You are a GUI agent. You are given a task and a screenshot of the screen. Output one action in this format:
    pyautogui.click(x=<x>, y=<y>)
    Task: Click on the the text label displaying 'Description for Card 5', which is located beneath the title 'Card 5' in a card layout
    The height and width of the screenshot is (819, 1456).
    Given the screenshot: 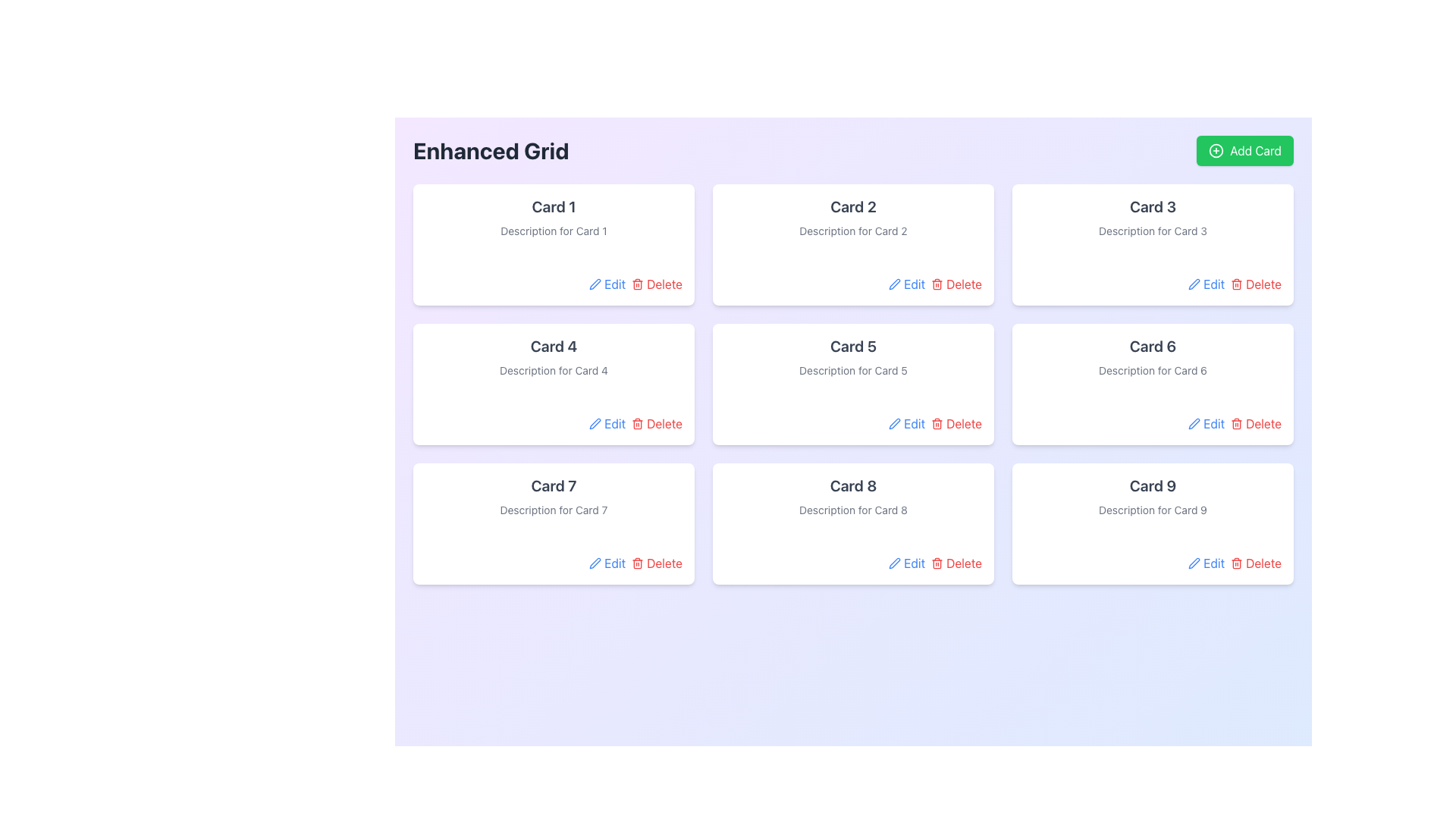 What is the action you would take?
    pyautogui.click(x=853, y=371)
    